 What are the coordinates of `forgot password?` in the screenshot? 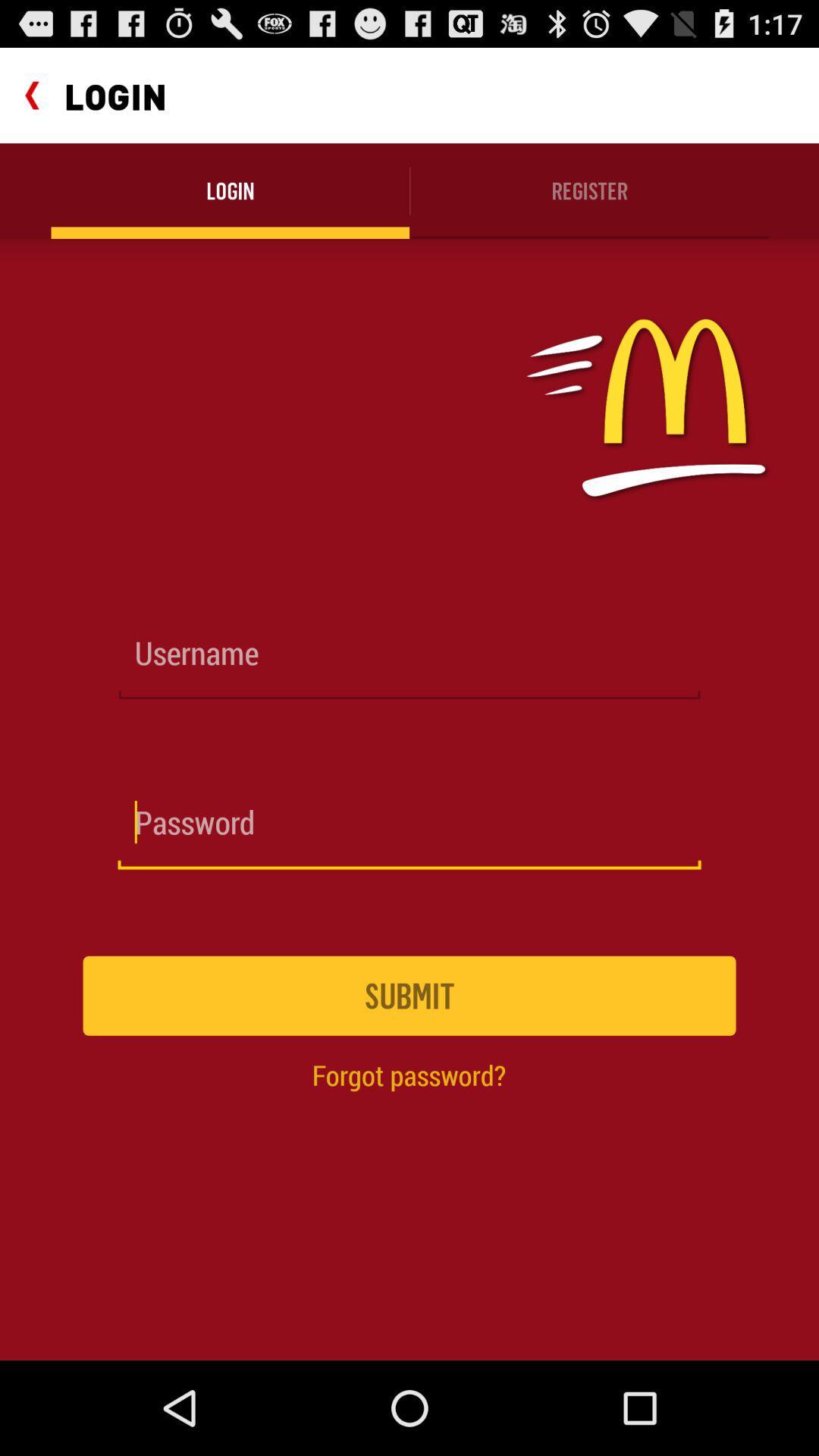 It's located at (408, 1074).